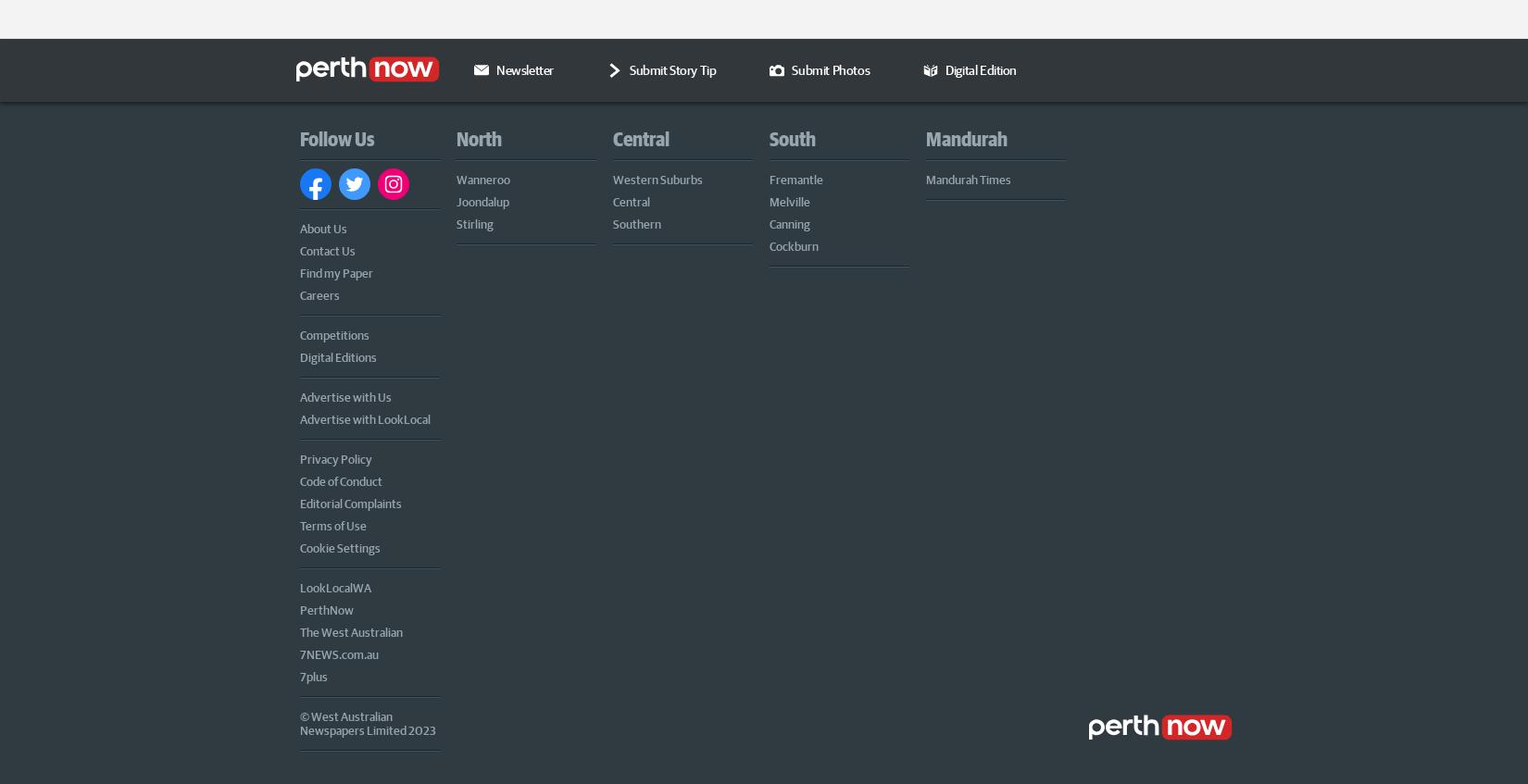 The width and height of the screenshot is (1528, 784). What do you see at coordinates (341, 478) in the screenshot?
I see `'Code of Conduct'` at bounding box center [341, 478].